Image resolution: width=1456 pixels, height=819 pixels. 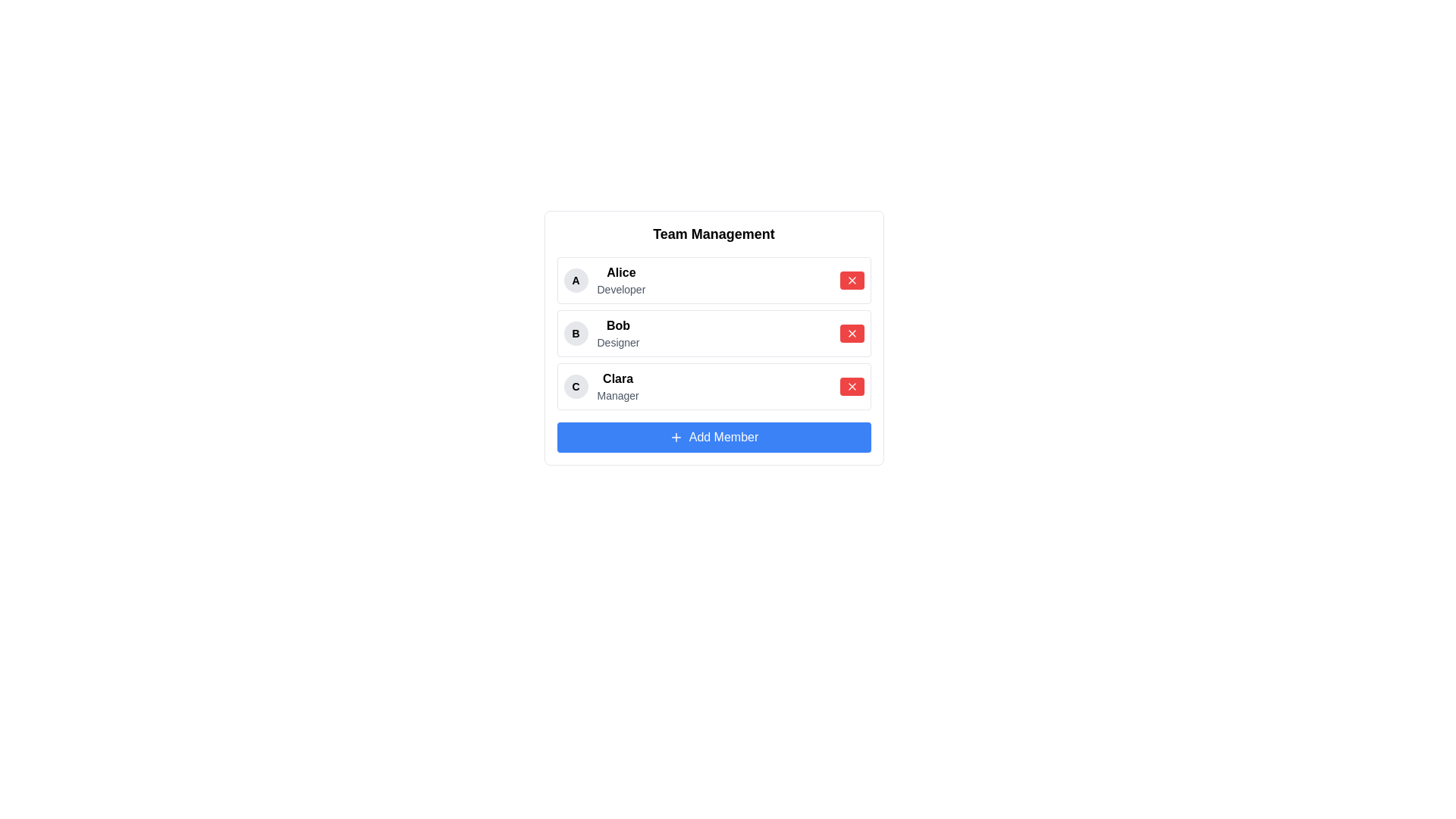 What do you see at coordinates (601, 385) in the screenshot?
I see `the list item displaying the name 'Clara' with the role 'Manager' beneath it, which is the third entry in the 'Team Management' section` at bounding box center [601, 385].